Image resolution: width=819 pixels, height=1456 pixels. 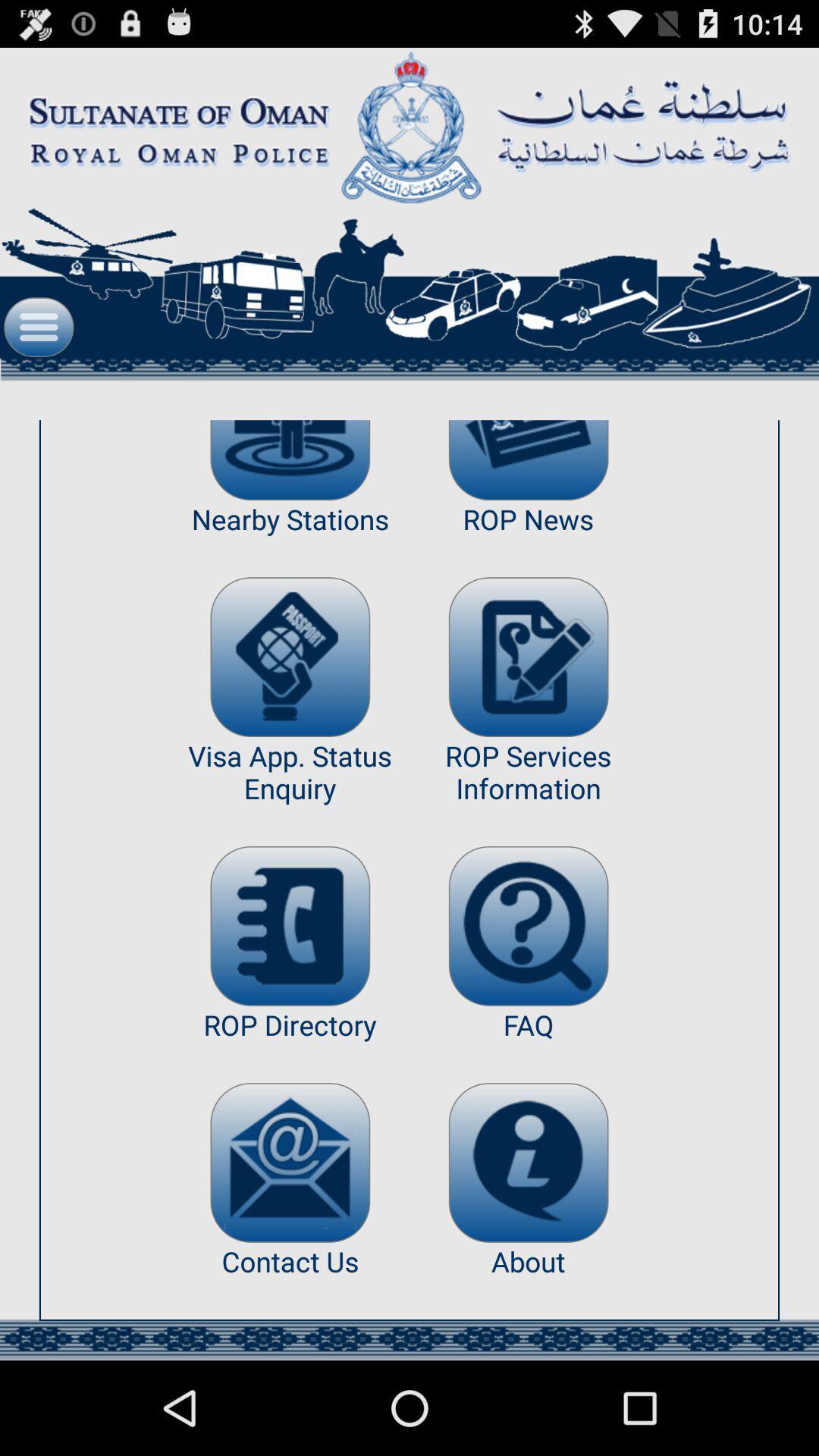 What do you see at coordinates (528, 460) in the screenshot?
I see `rop news` at bounding box center [528, 460].